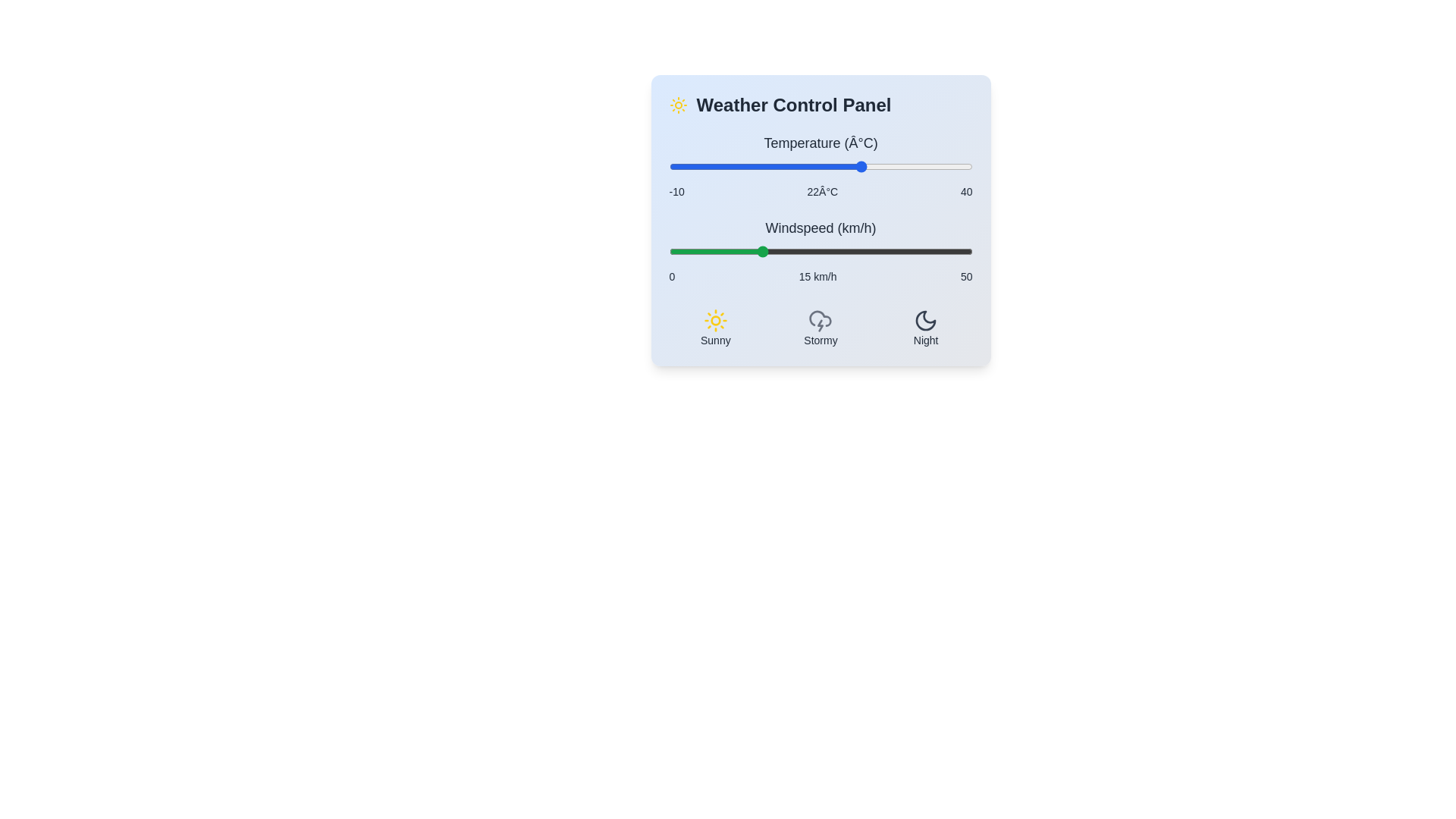 Image resolution: width=1456 pixels, height=819 pixels. I want to click on the wind speed, so click(772, 250).